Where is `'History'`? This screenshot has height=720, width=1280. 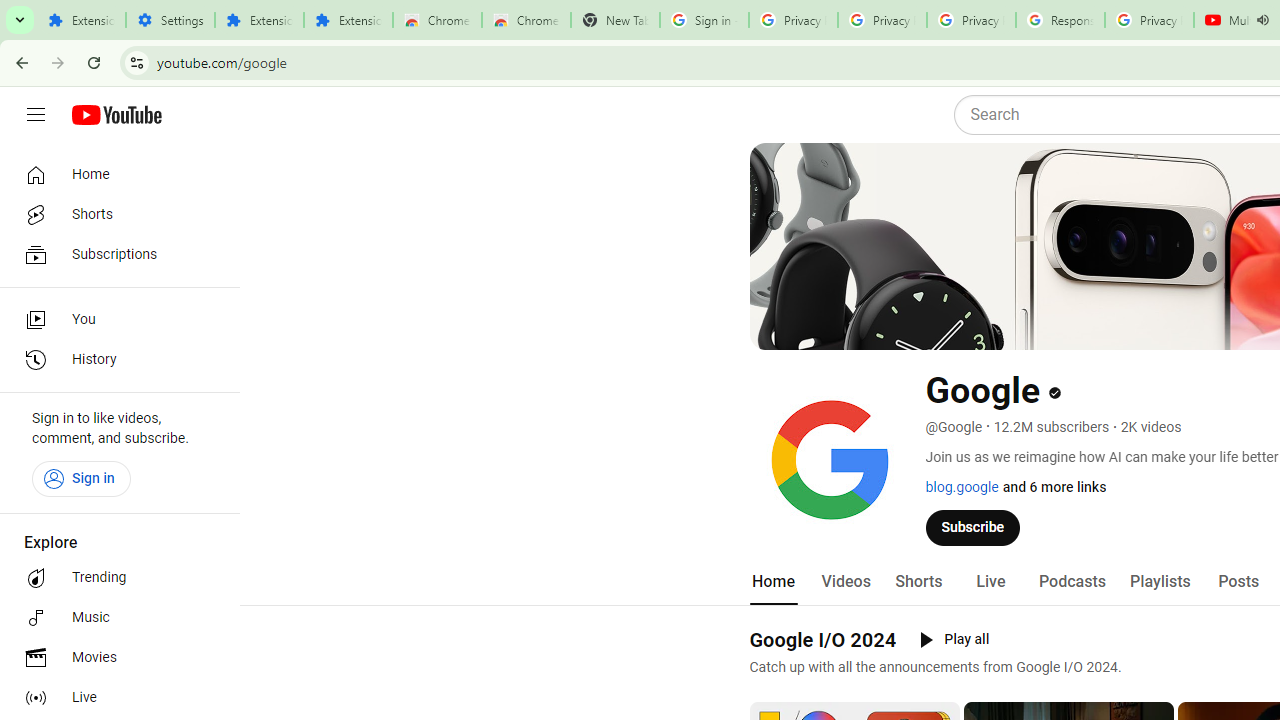 'History' is located at coordinates (112, 360).